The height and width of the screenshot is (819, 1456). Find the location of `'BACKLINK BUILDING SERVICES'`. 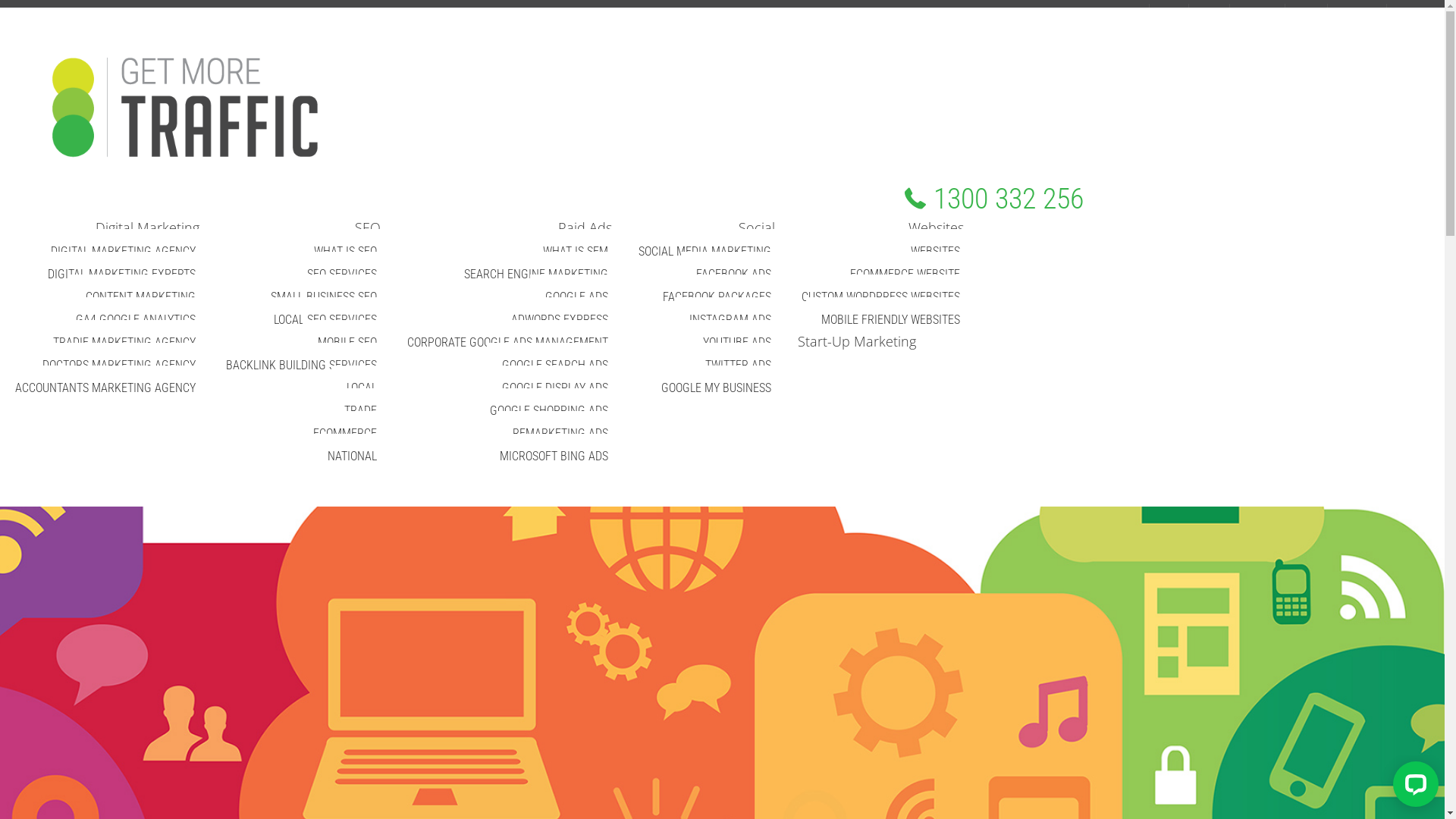

'BACKLINK BUILDING SERVICES' is located at coordinates (301, 365).